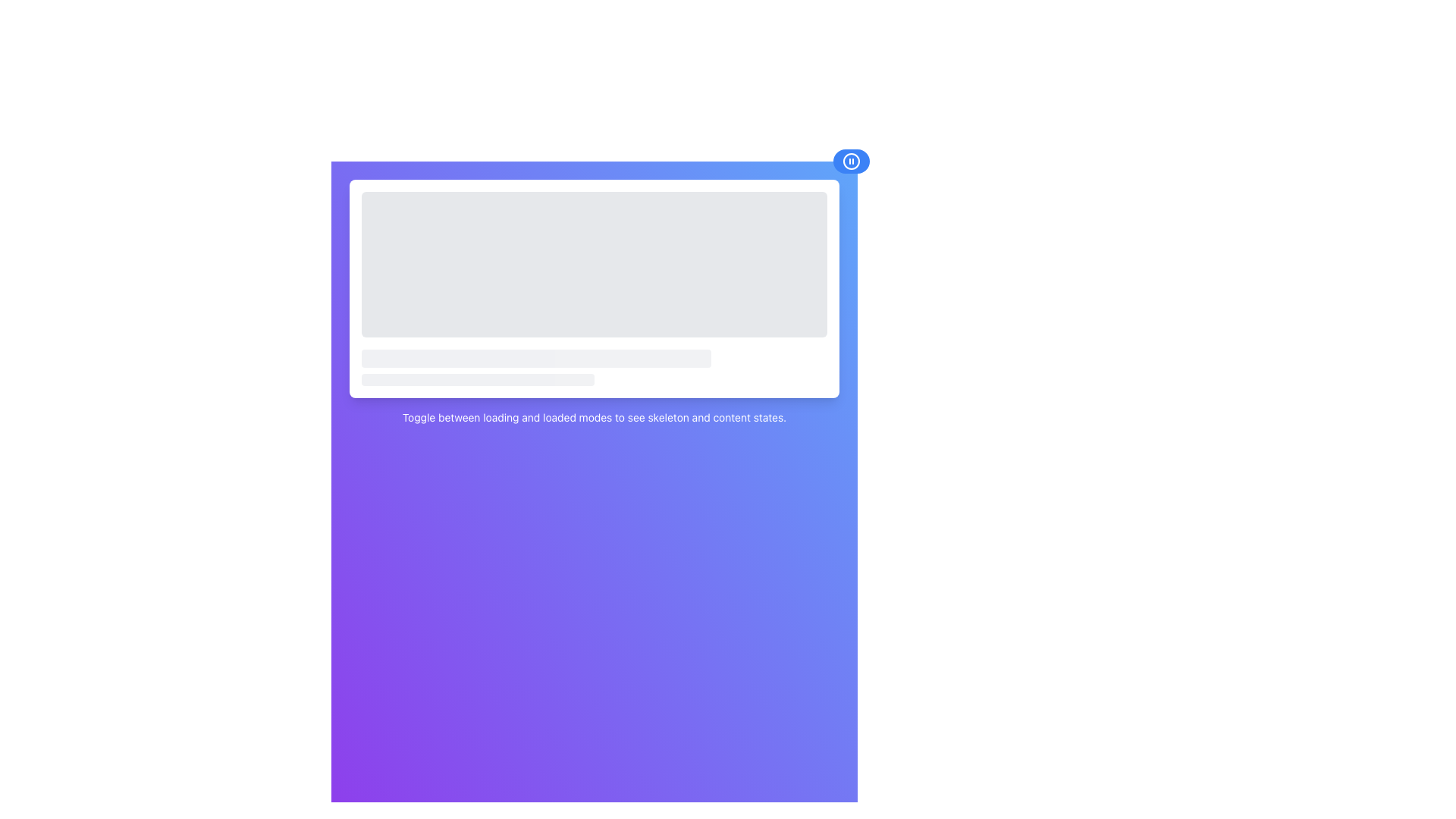 This screenshot has width=1456, height=819. What do you see at coordinates (852, 161) in the screenshot?
I see `the pause icon, which is a circular icon with a circle outline and two vertical lines in the center, located at the visual center of a blue button with rounded edges` at bounding box center [852, 161].